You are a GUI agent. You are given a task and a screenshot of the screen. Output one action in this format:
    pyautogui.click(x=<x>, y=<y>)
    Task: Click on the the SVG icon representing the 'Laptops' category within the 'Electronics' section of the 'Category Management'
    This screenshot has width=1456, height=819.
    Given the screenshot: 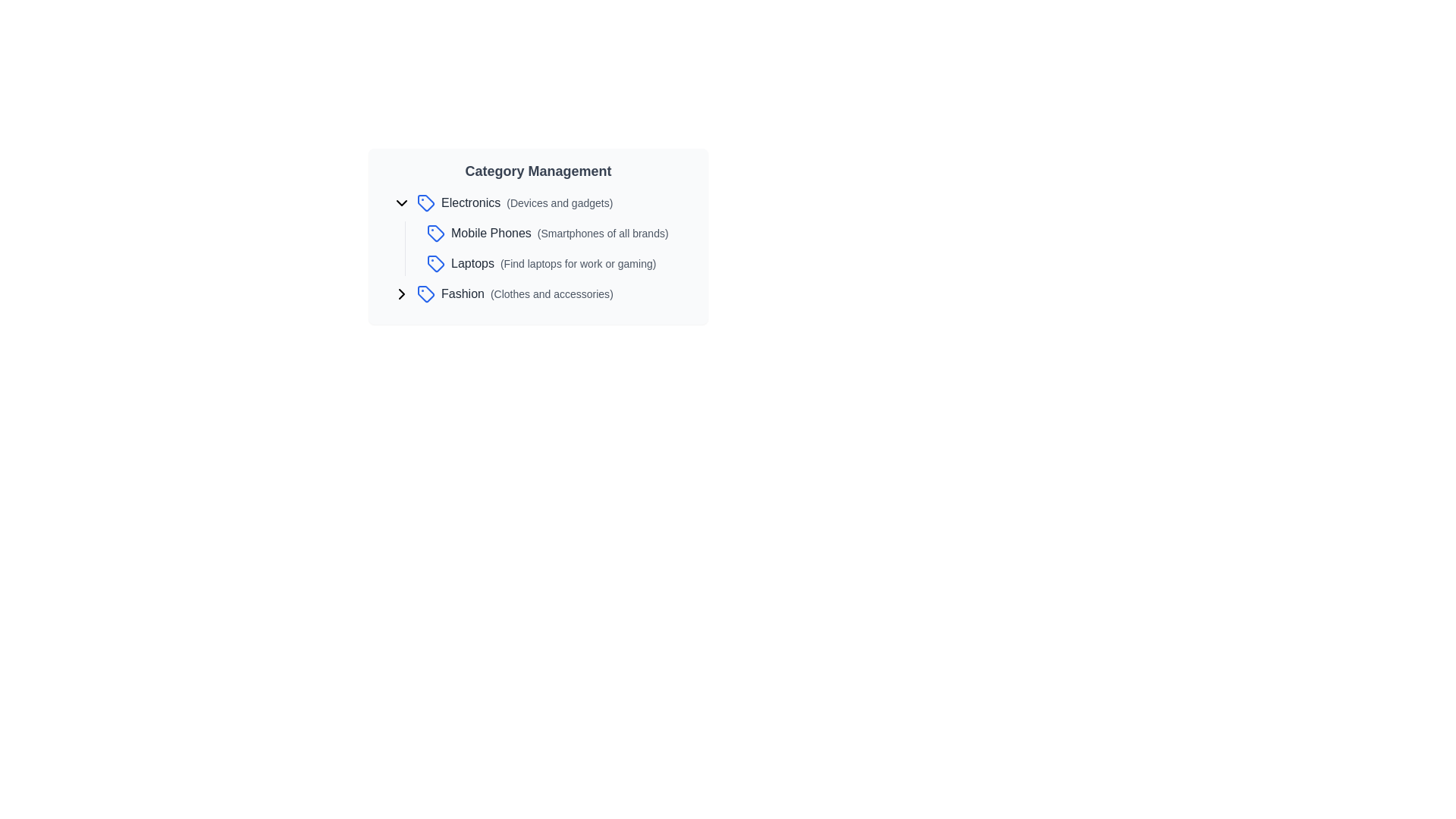 What is the action you would take?
    pyautogui.click(x=435, y=262)
    